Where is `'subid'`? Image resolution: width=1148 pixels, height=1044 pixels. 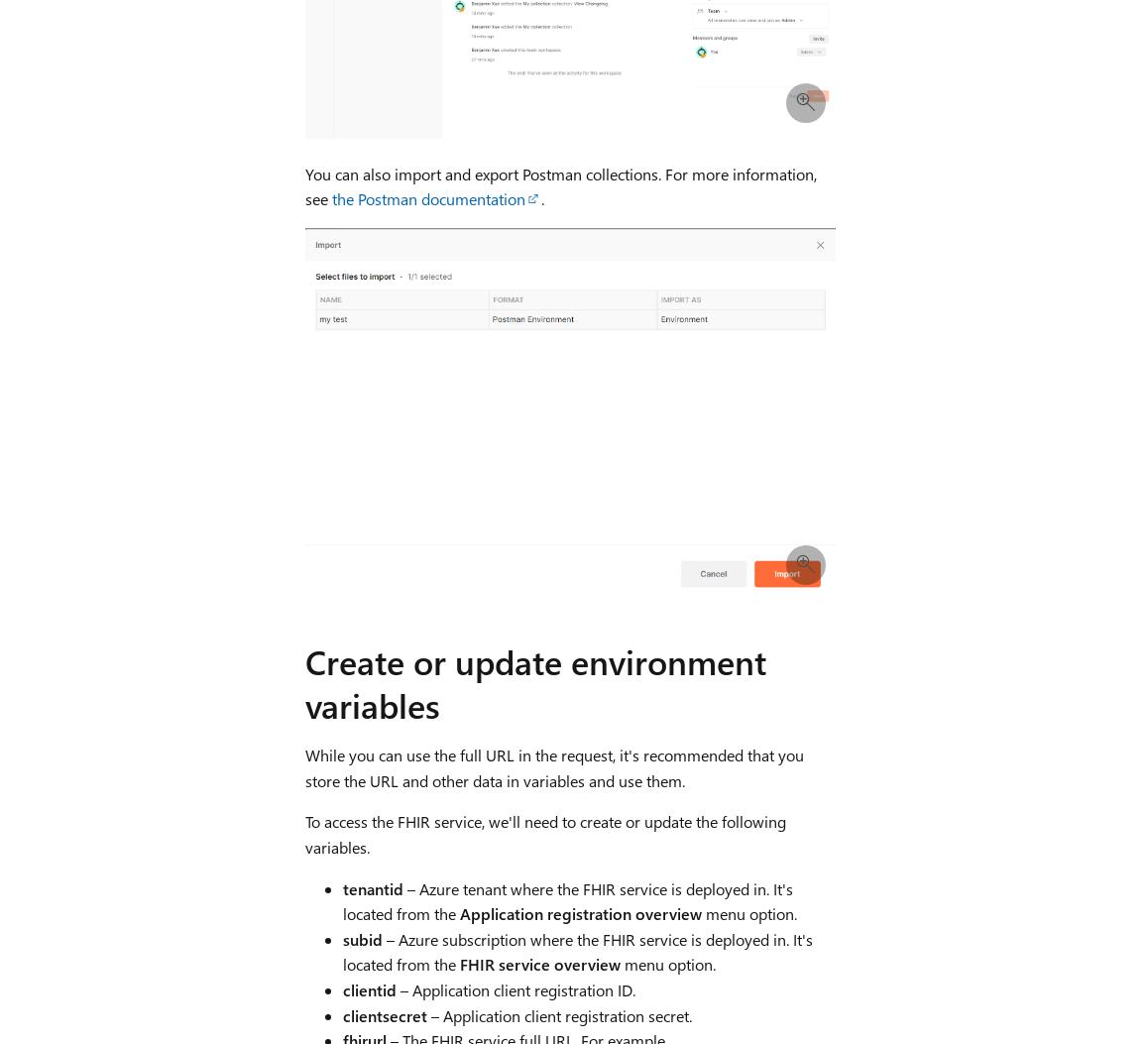
'subid' is located at coordinates (361, 937).